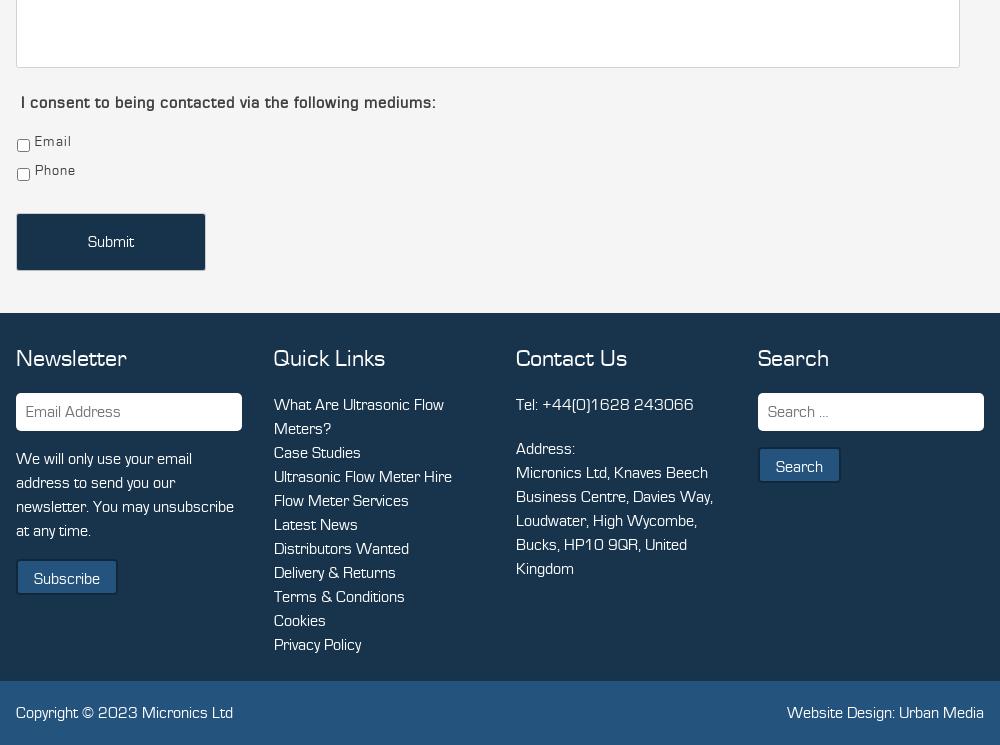 The image size is (1000, 745). Describe the element at coordinates (362, 477) in the screenshot. I see `'Ultrasonic Flow Meter Hire'` at that location.